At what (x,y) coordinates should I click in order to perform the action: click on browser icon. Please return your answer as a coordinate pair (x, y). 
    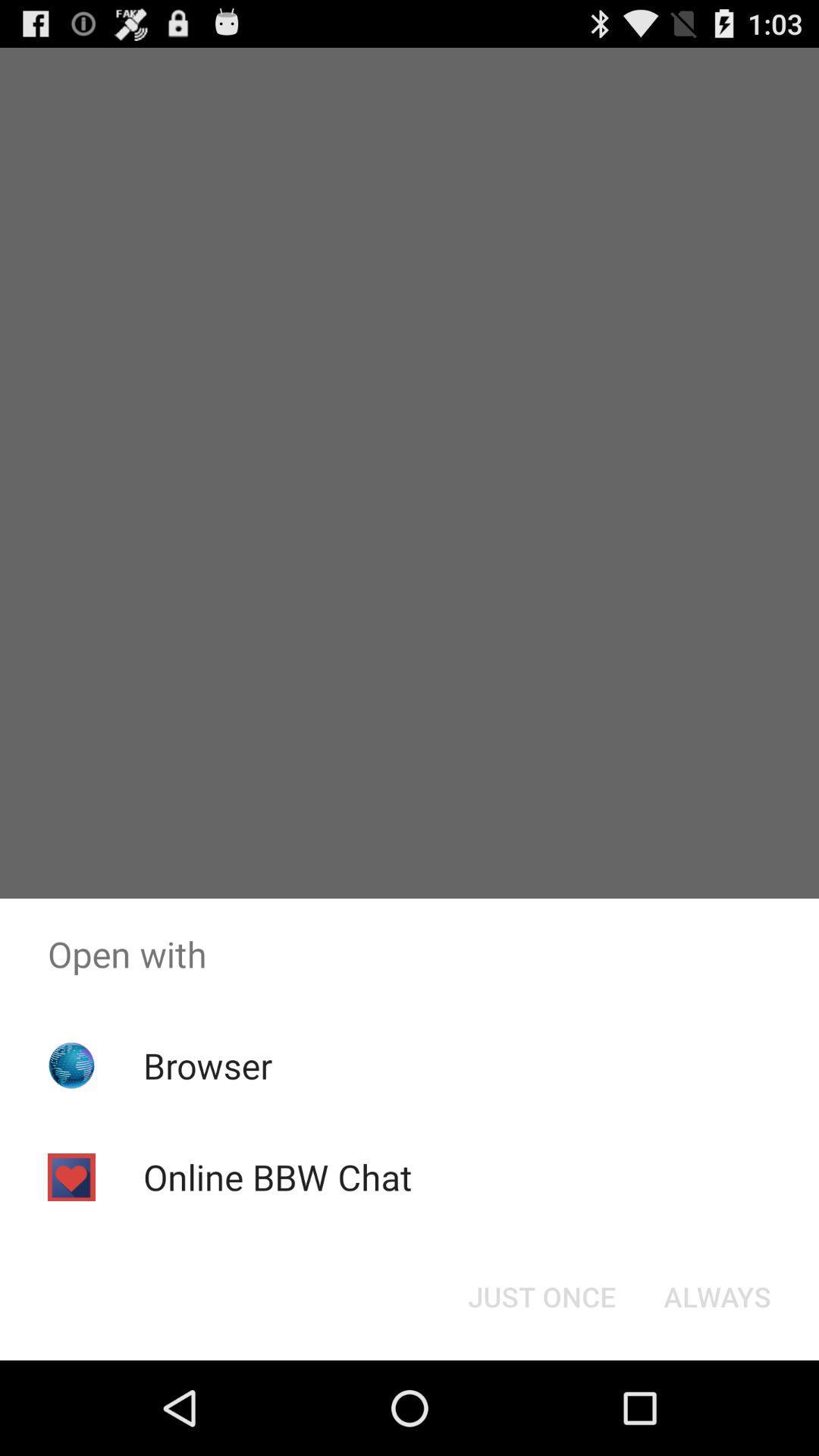
    Looking at the image, I should click on (208, 1065).